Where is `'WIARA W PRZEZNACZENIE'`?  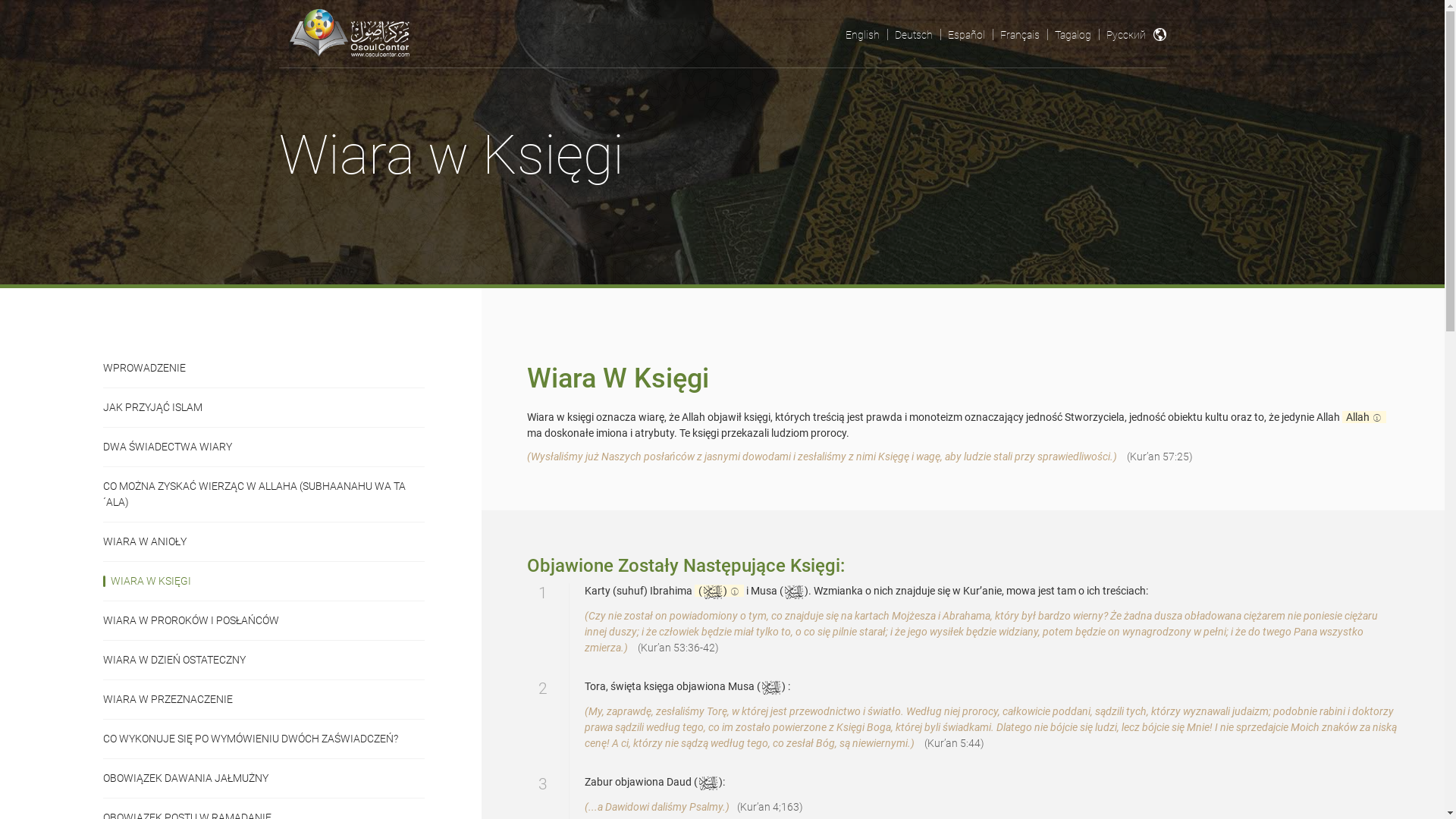 'WIARA W PRZEZNACZENIE' is located at coordinates (264, 698).